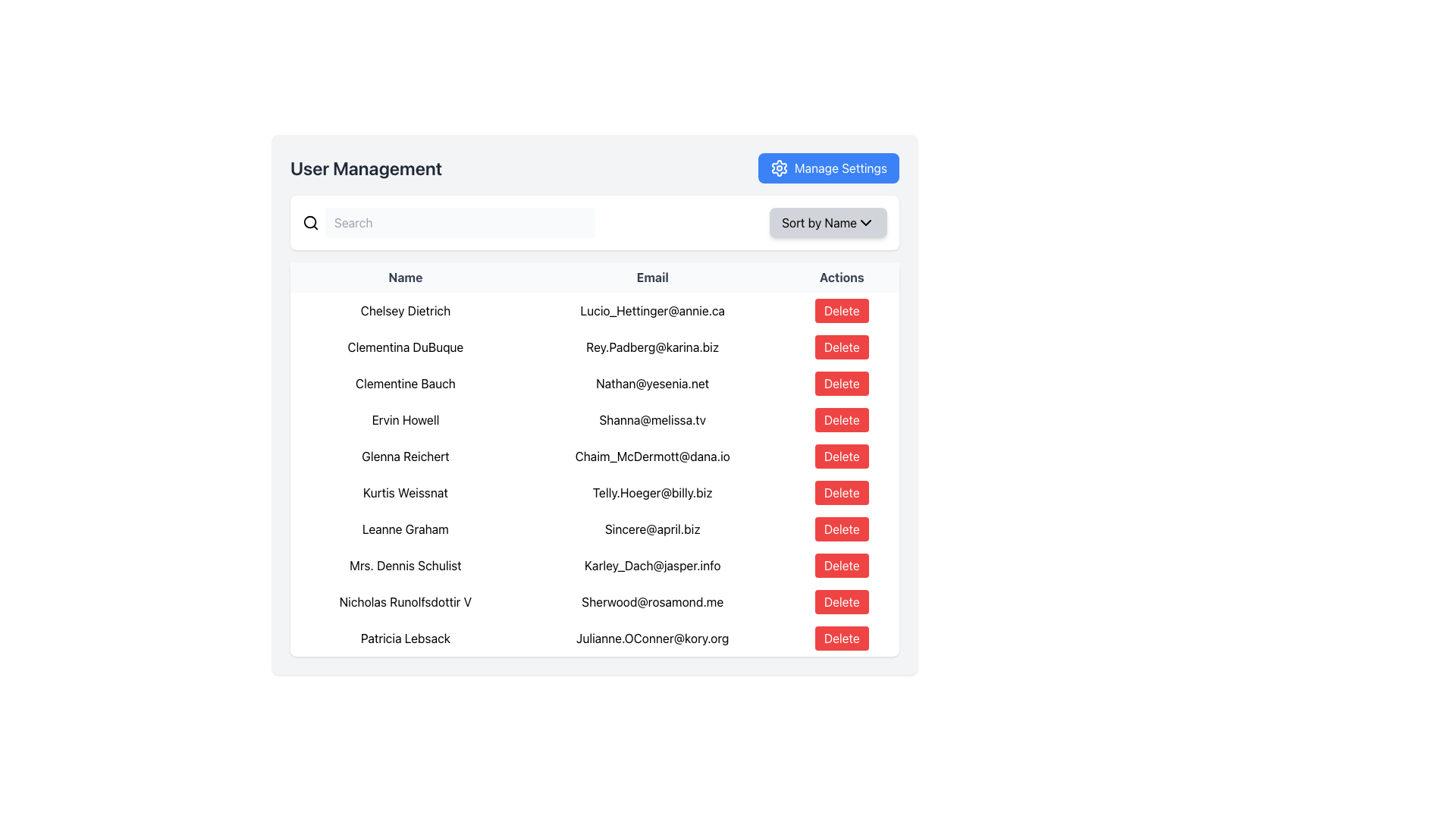 This screenshot has width=1456, height=819. What do you see at coordinates (841, 565) in the screenshot?
I see `the delete button for Mrs. Dennis Schulist's information in the Actions column to observe the hover effect` at bounding box center [841, 565].